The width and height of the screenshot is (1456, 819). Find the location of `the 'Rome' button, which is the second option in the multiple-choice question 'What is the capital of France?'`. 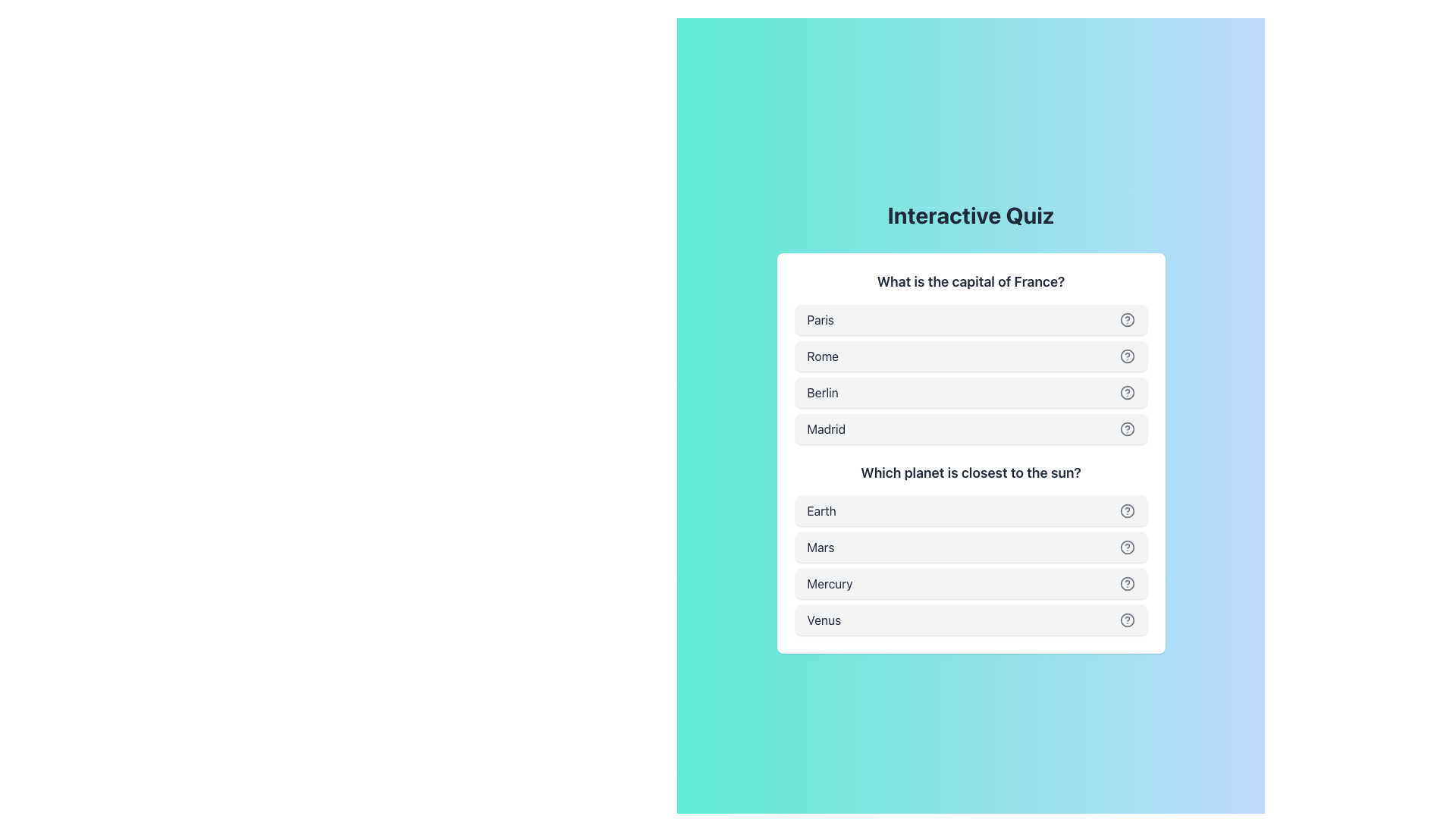

the 'Rome' button, which is the second option in the multiple-choice question 'What is the capital of France?' is located at coordinates (971, 357).